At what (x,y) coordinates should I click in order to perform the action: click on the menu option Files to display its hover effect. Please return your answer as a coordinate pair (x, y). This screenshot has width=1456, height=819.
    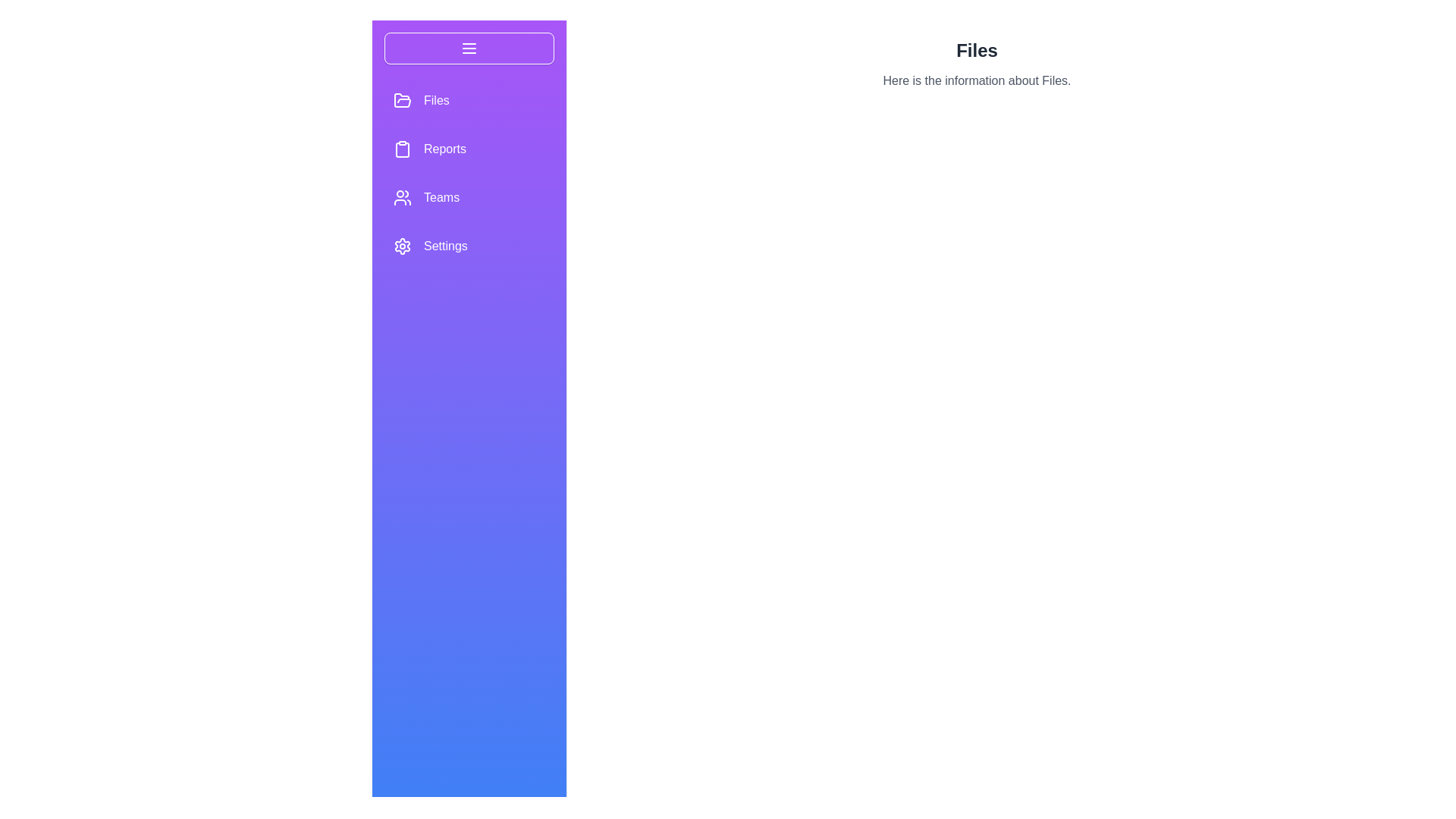
    Looking at the image, I should click on (469, 100).